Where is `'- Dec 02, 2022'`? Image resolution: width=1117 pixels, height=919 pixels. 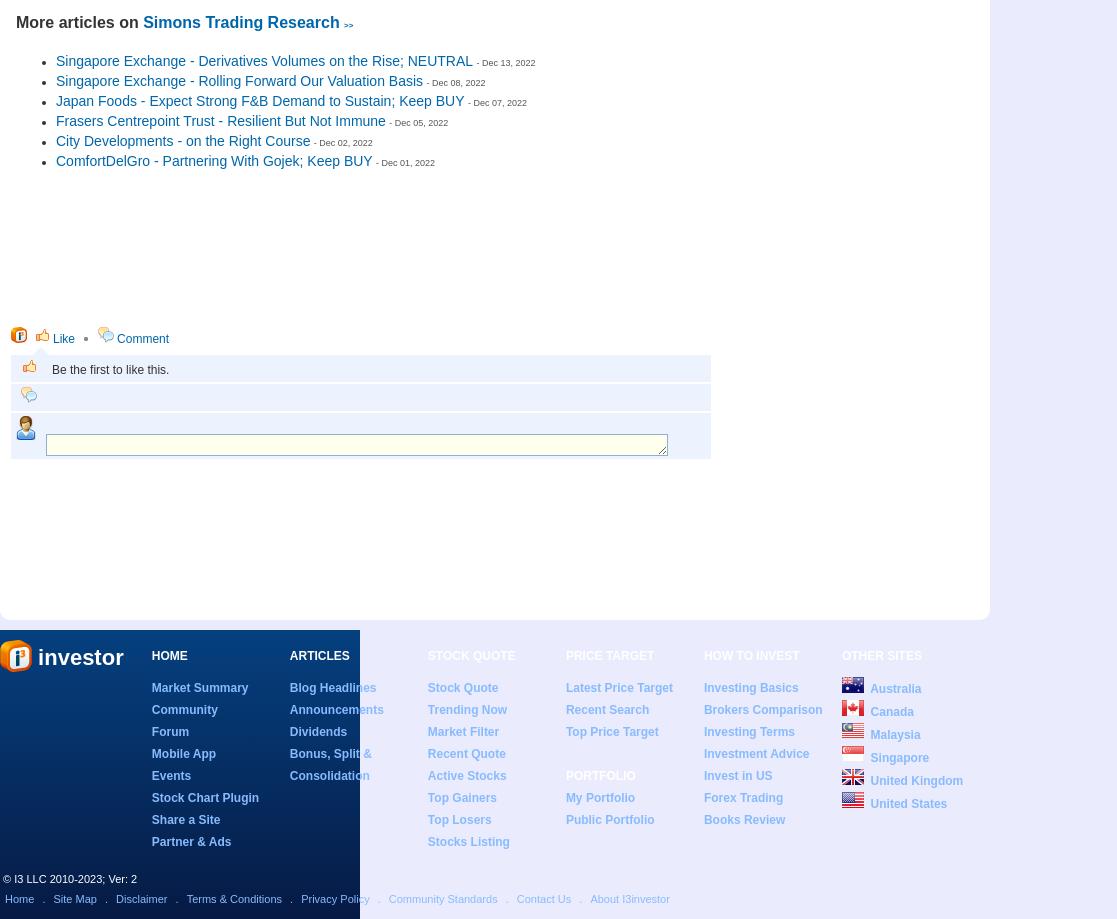
'- Dec 02, 2022' is located at coordinates (341, 140).